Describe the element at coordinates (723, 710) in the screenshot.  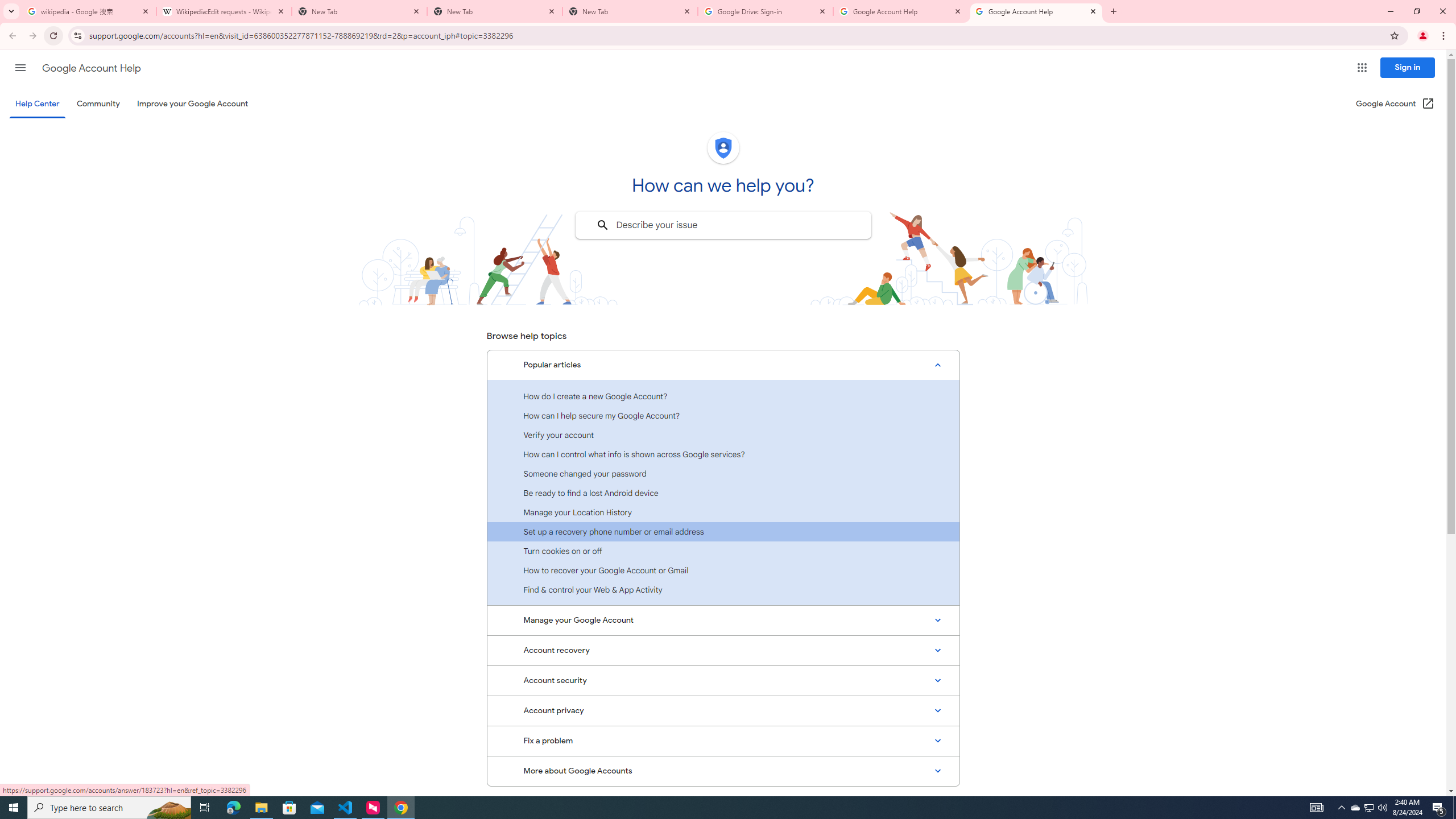
I see `'Account privacy'` at that location.